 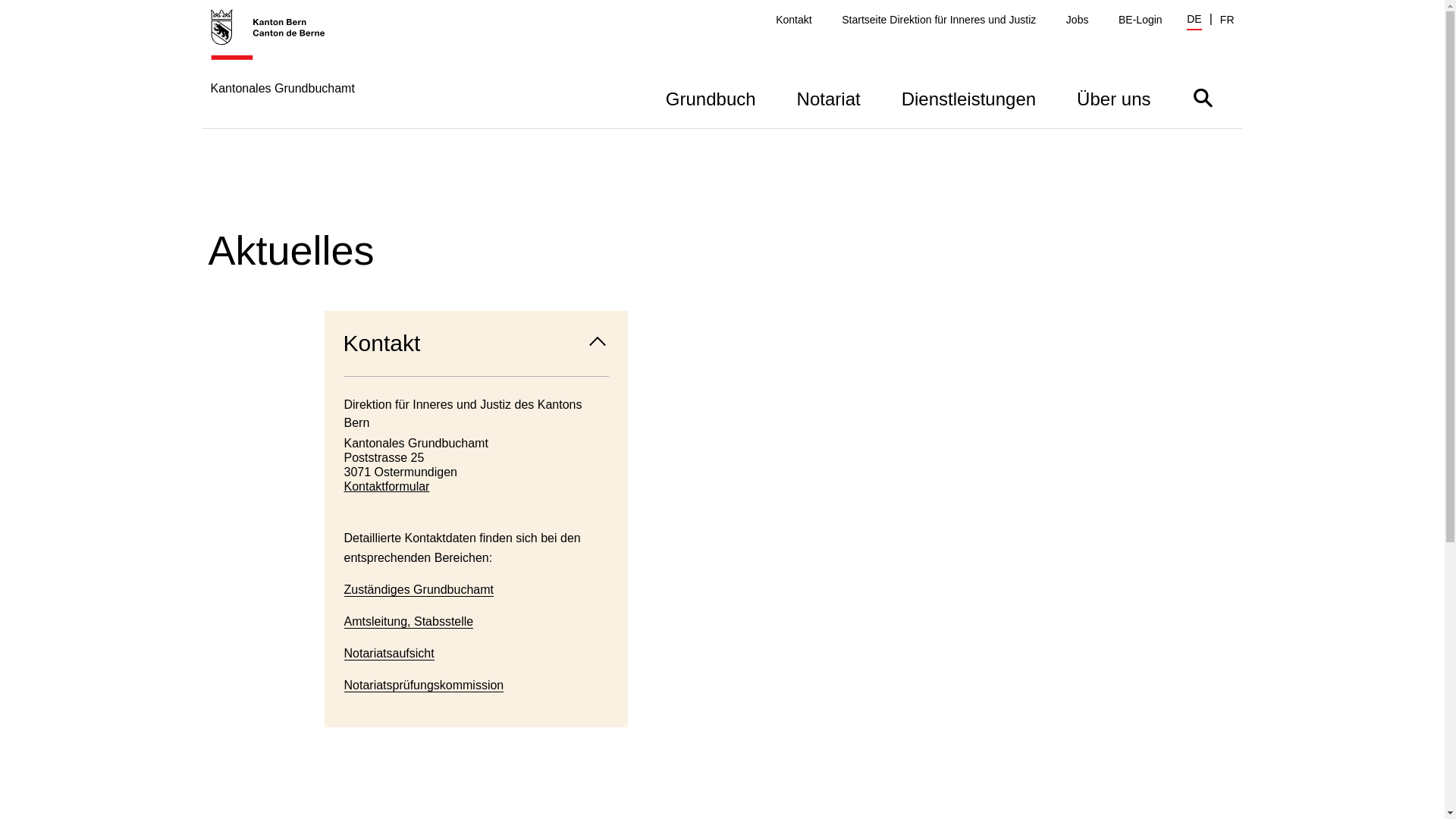 What do you see at coordinates (475, 343) in the screenshot?
I see `'Kontakt'` at bounding box center [475, 343].